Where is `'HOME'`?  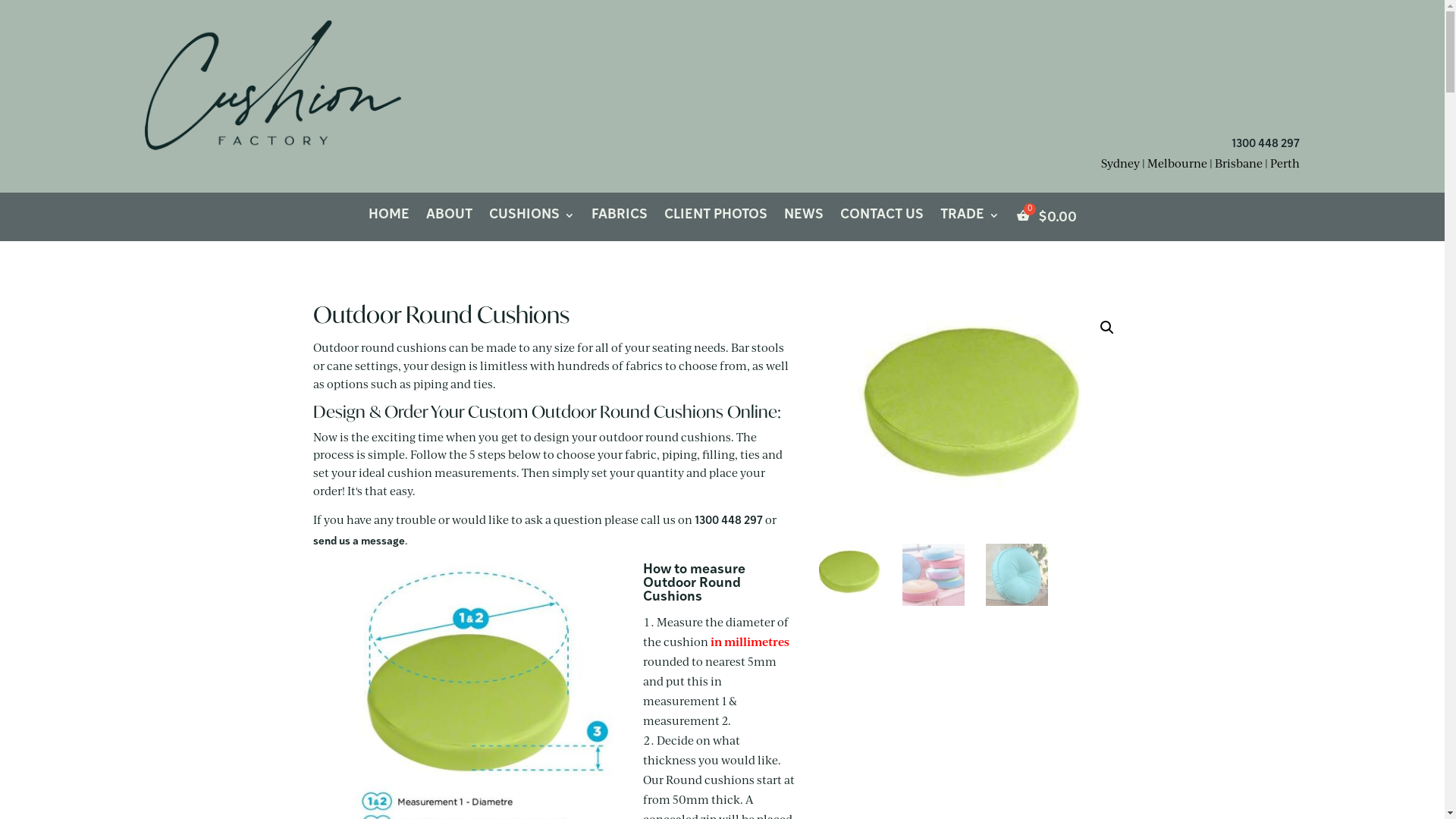
'HOME' is located at coordinates (368, 219).